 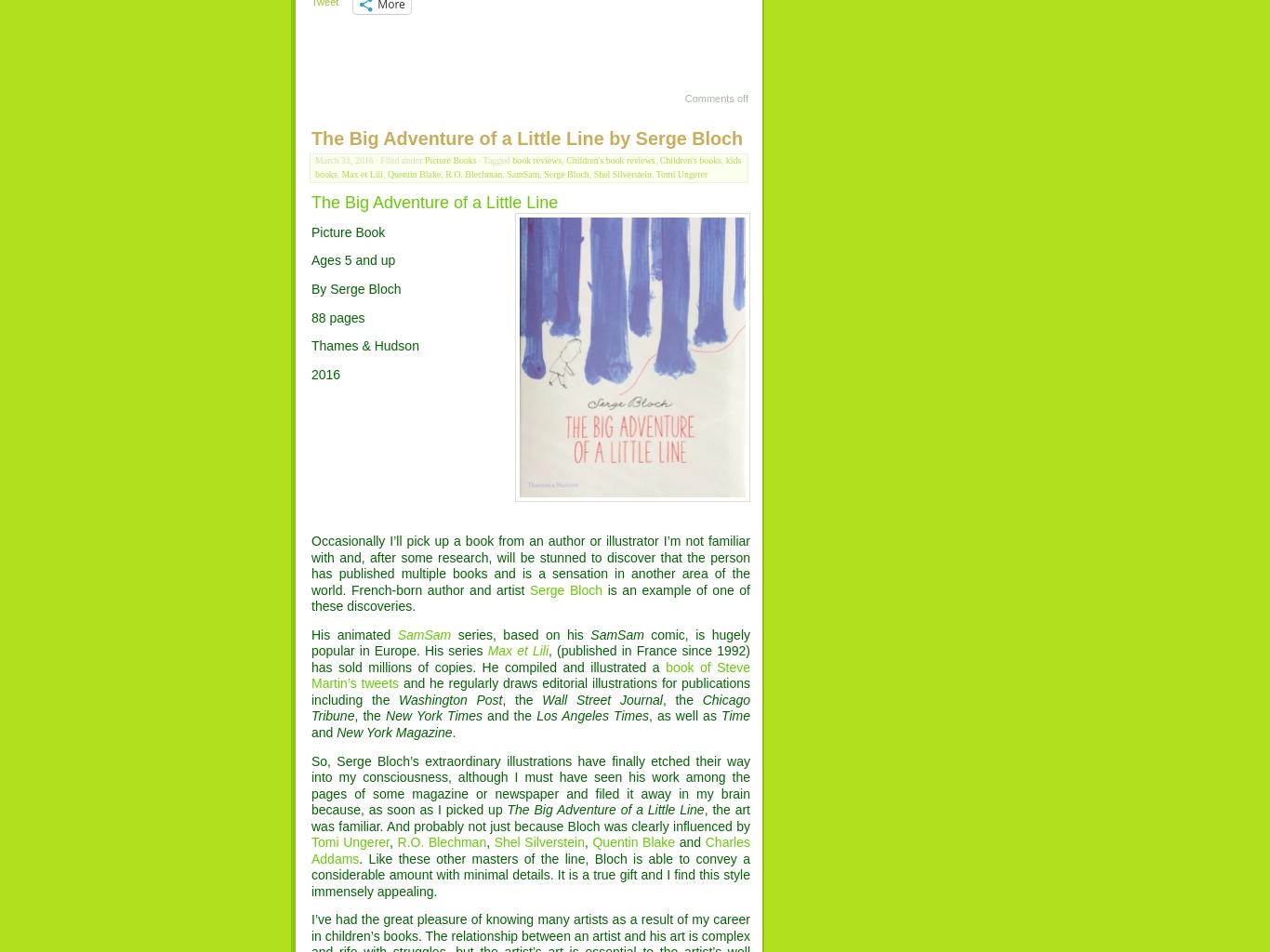 I want to click on 'Charles Addams', so click(x=529, y=849).